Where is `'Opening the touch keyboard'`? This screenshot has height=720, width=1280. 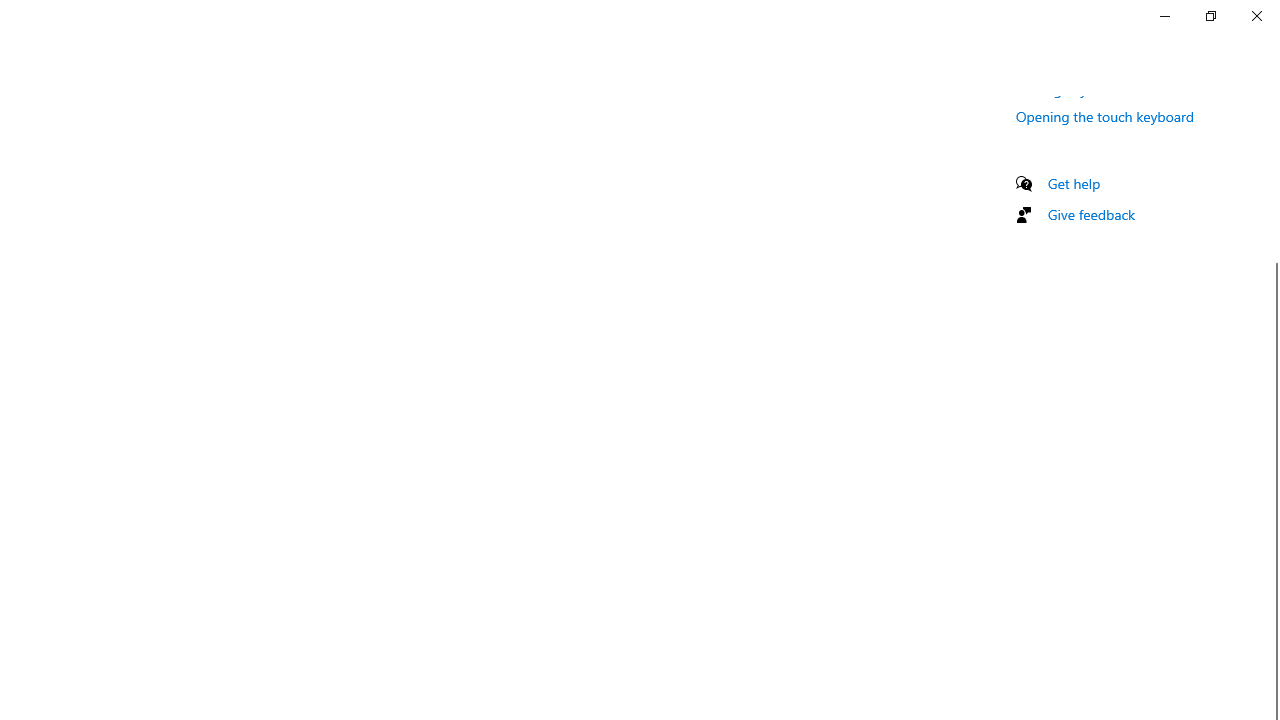 'Opening the touch keyboard' is located at coordinates (1104, 116).